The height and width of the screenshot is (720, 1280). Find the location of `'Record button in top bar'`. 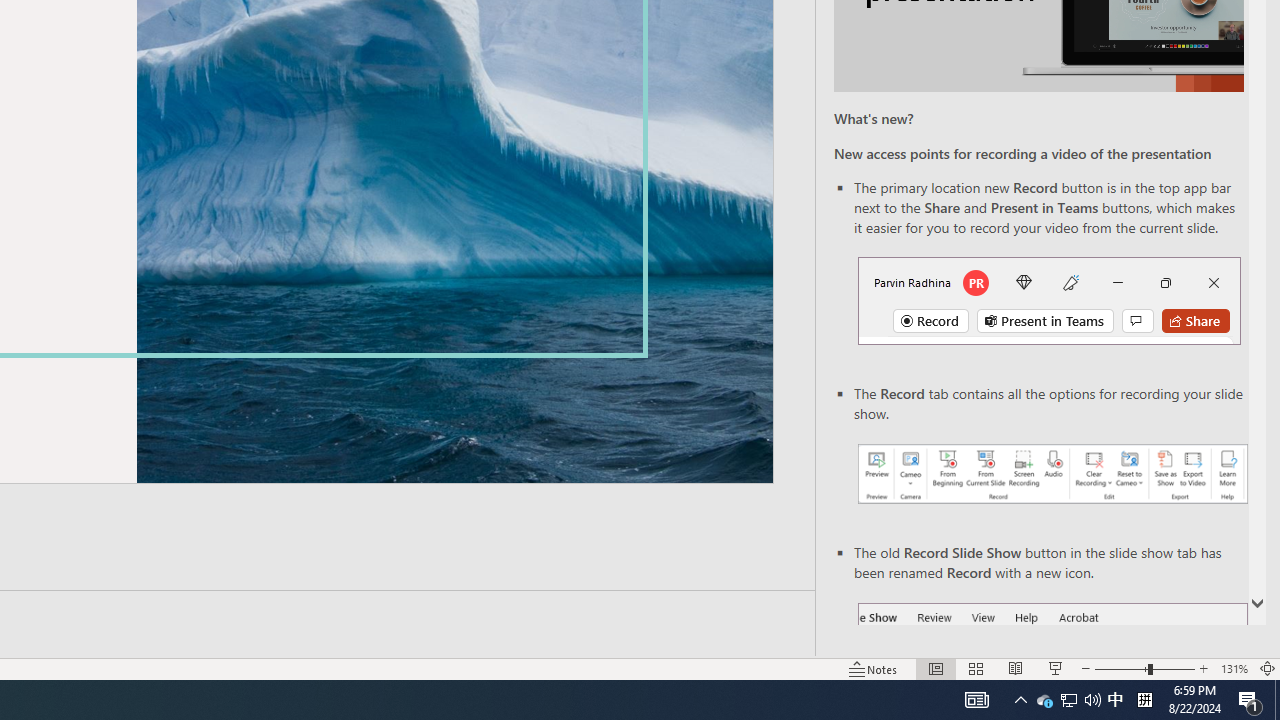

'Record button in top bar' is located at coordinates (1048, 300).